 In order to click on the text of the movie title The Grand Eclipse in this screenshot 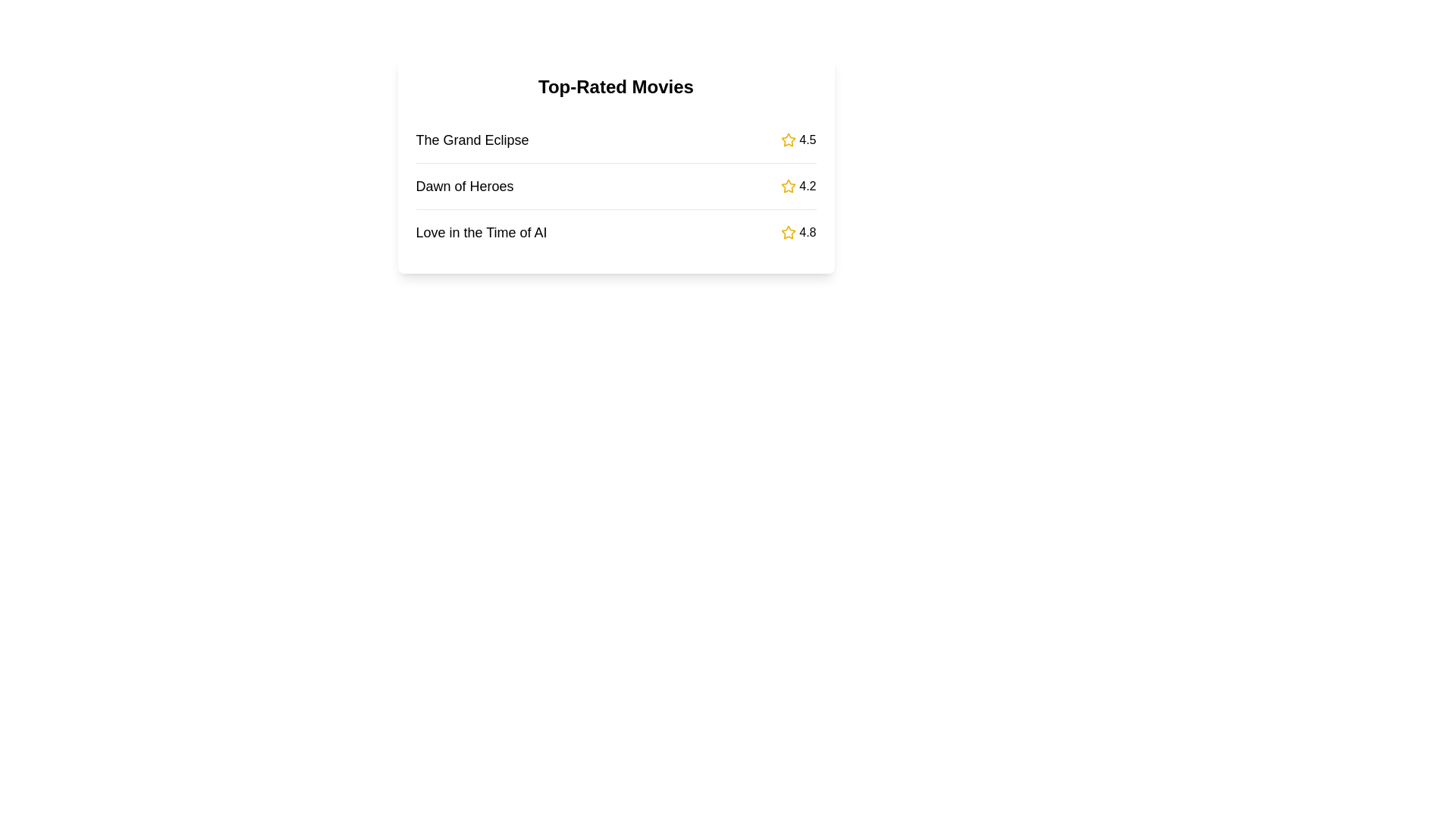, I will do `click(472, 140)`.